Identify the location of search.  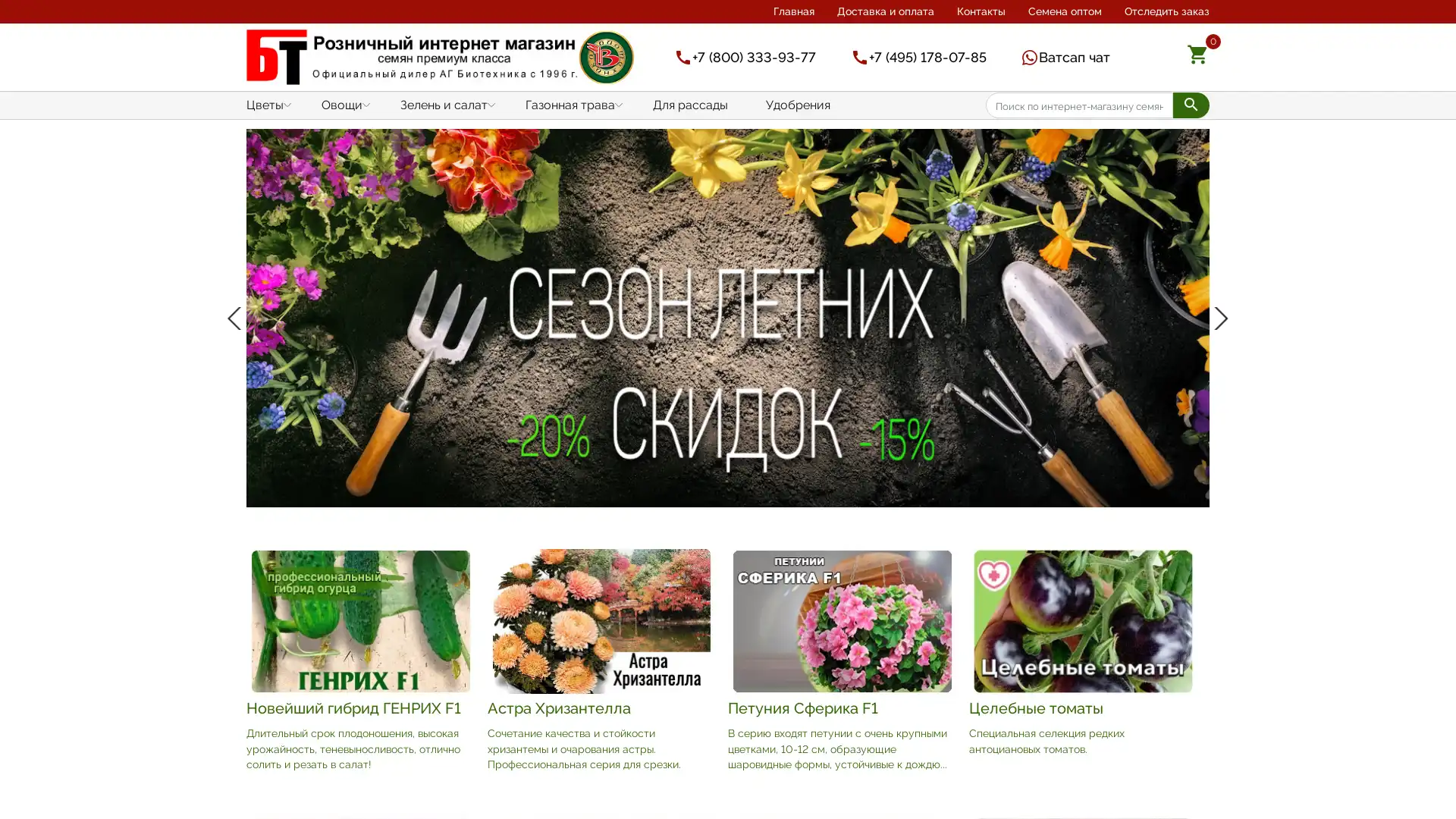
(1190, 104).